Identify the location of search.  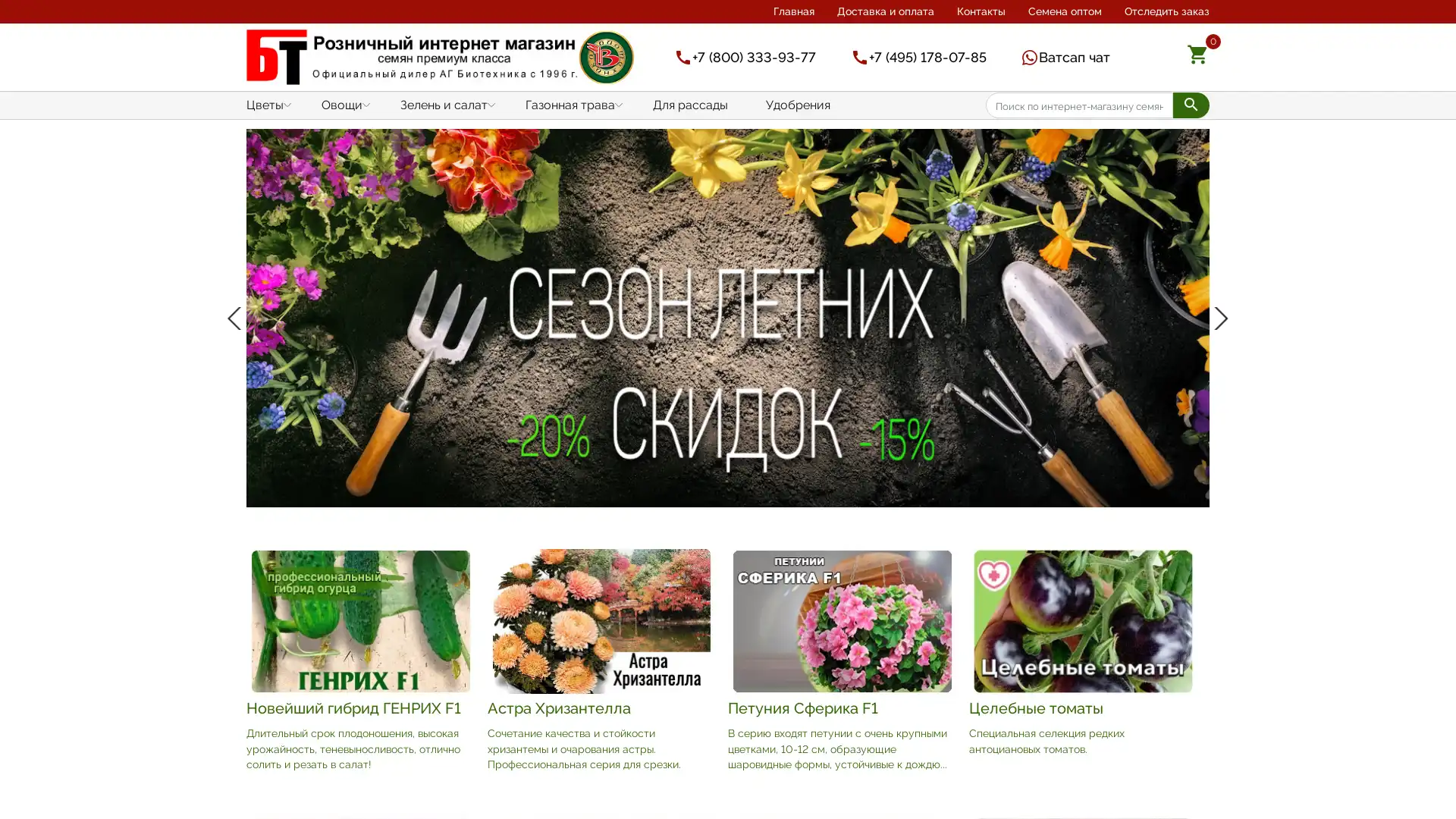
(1190, 104).